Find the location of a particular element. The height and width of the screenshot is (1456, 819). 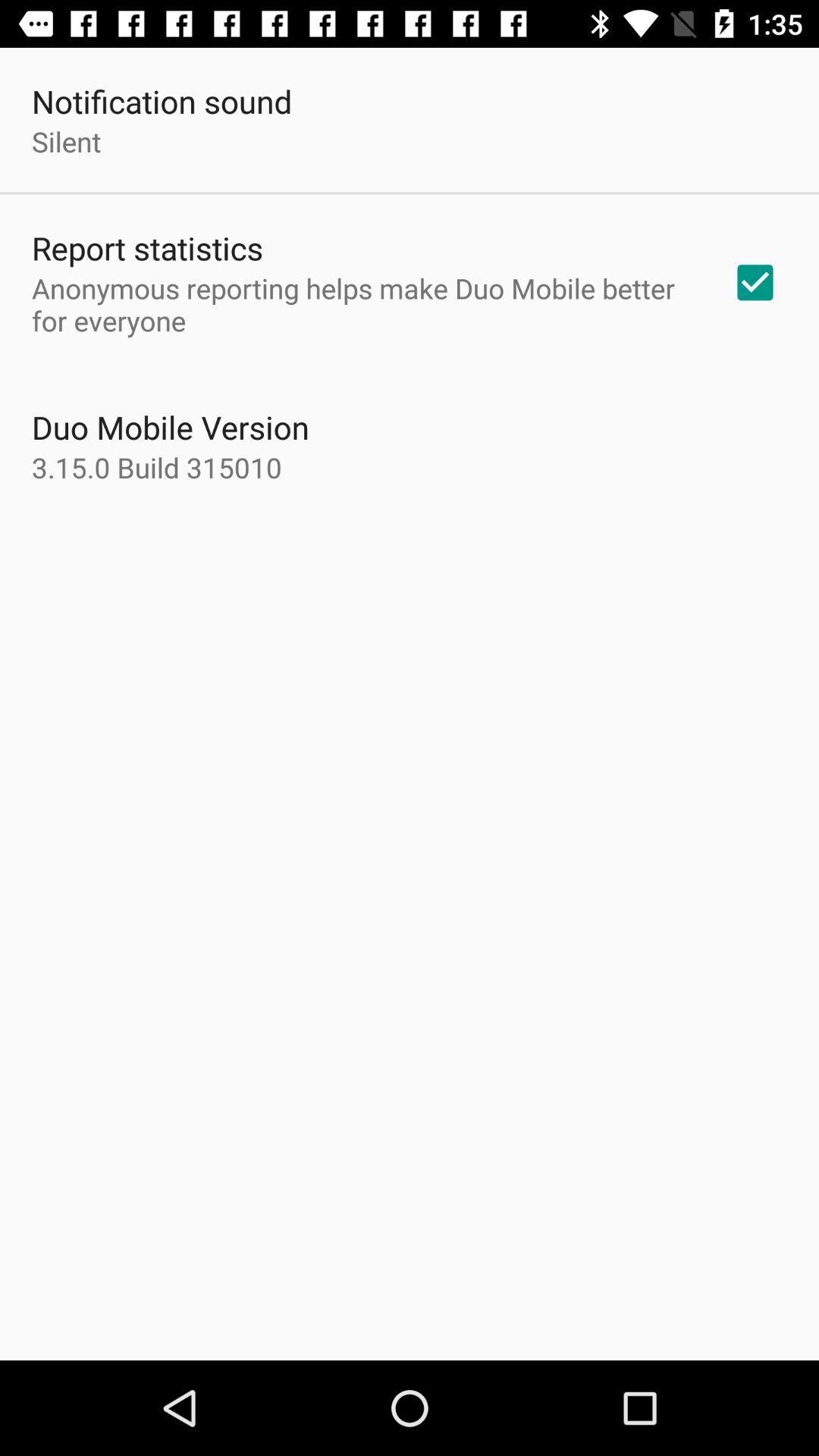

item below the notification sound icon is located at coordinates (65, 141).